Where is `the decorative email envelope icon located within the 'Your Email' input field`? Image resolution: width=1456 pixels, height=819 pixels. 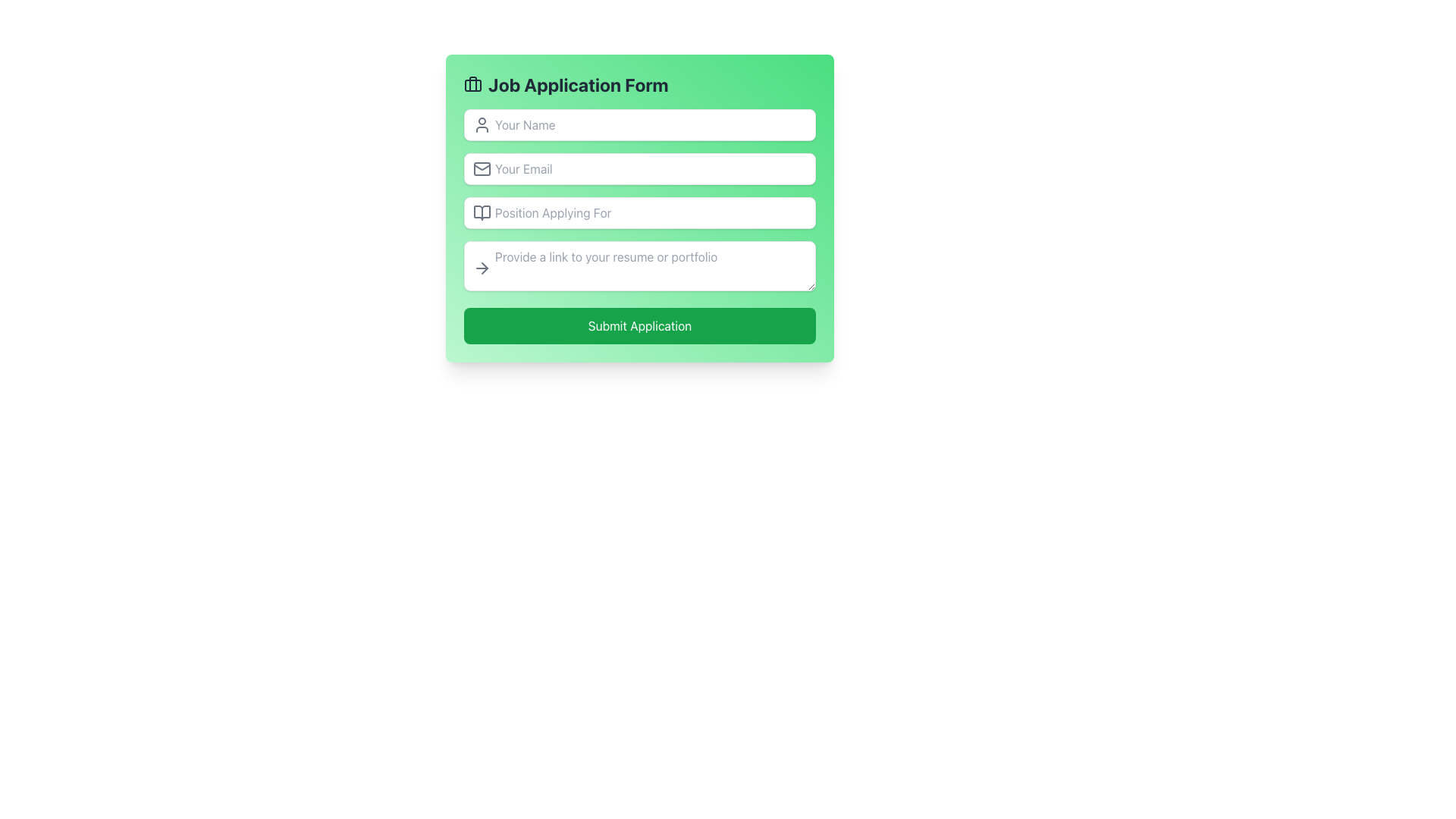 the decorative email envelope icon located within the 'Your Email' input field is located at coordinates (481, 169).